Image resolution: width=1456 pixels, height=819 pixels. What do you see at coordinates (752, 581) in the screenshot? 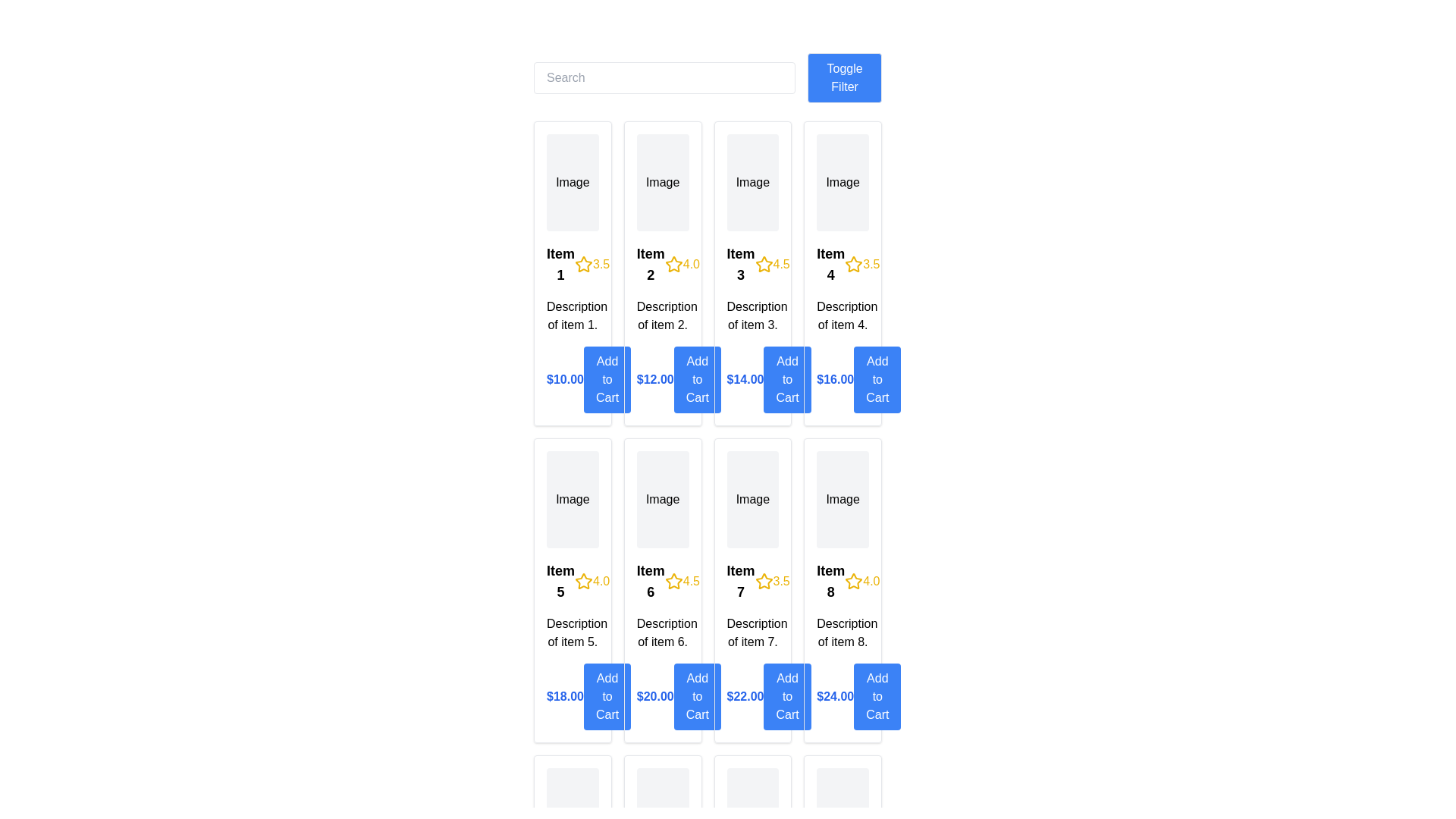
I see `the Text with graphical element (title and rating) displaying 'Item 7' and a rating of '3.5' in bold font, which is located in the second row, third column of the grid layout` at bounding box center [752, 581].